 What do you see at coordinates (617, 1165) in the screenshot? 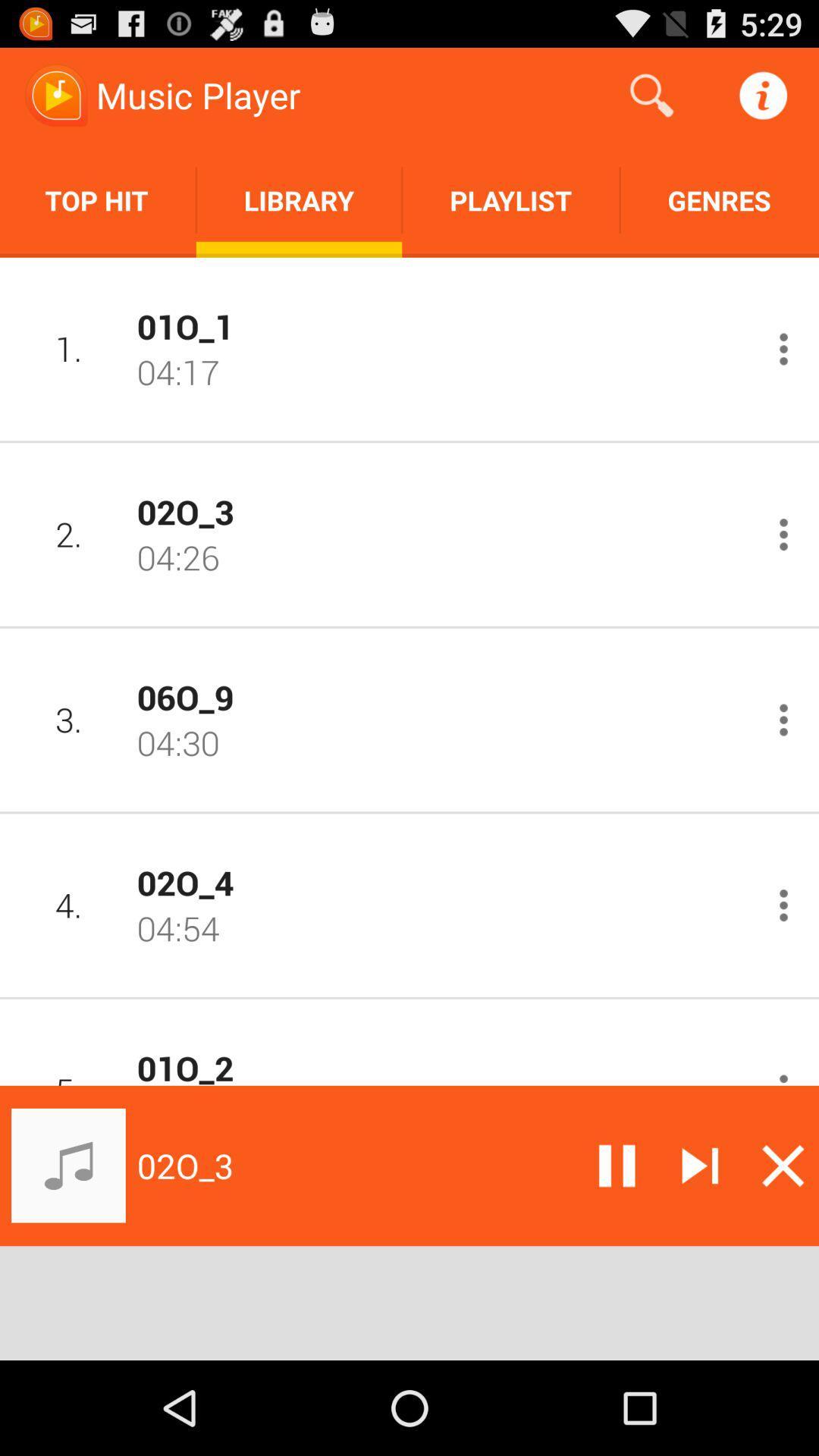
I see `music passe app` at bounding box center [617, 1165].